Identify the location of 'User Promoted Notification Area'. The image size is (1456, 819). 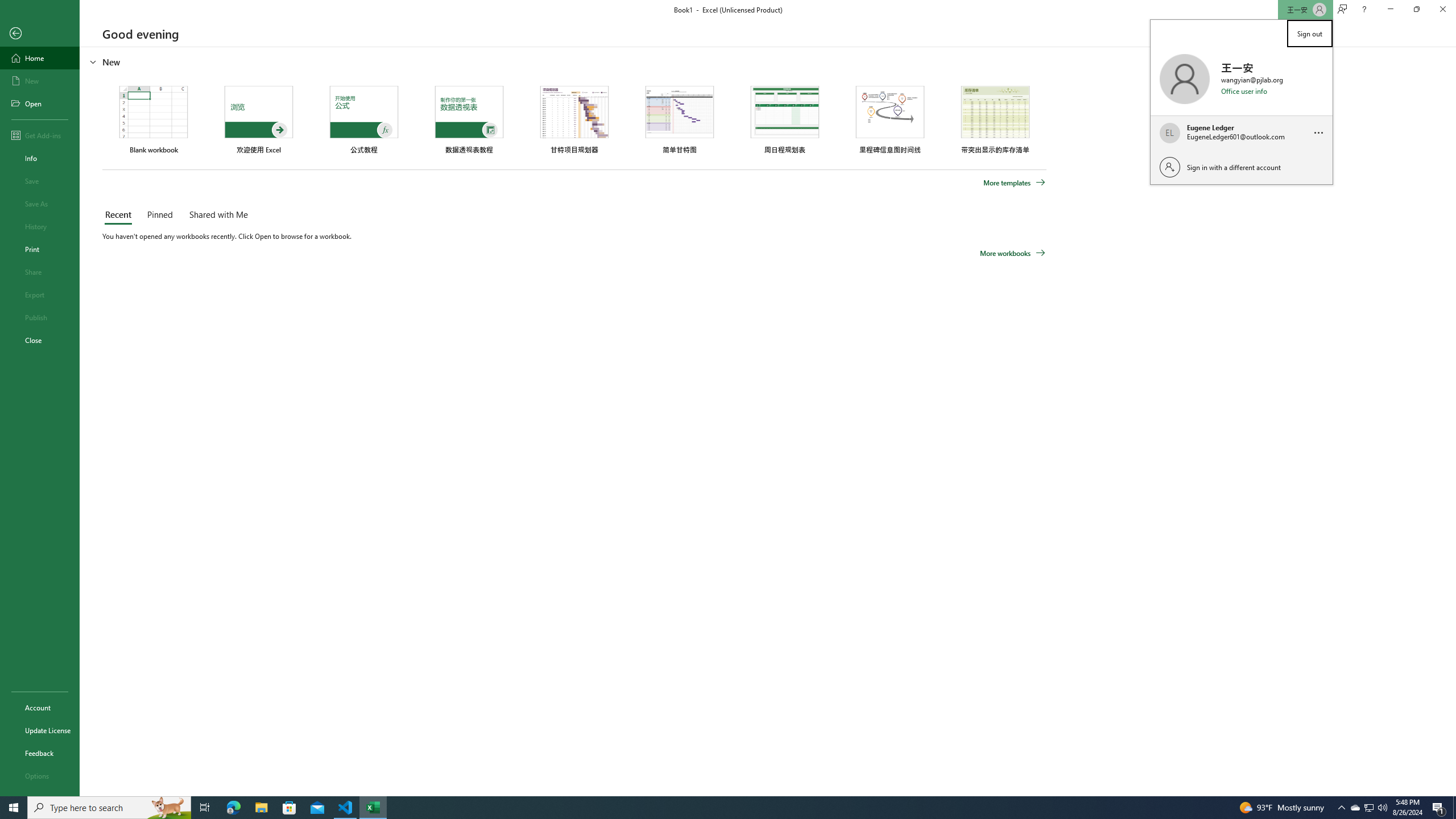
(1368, 806).